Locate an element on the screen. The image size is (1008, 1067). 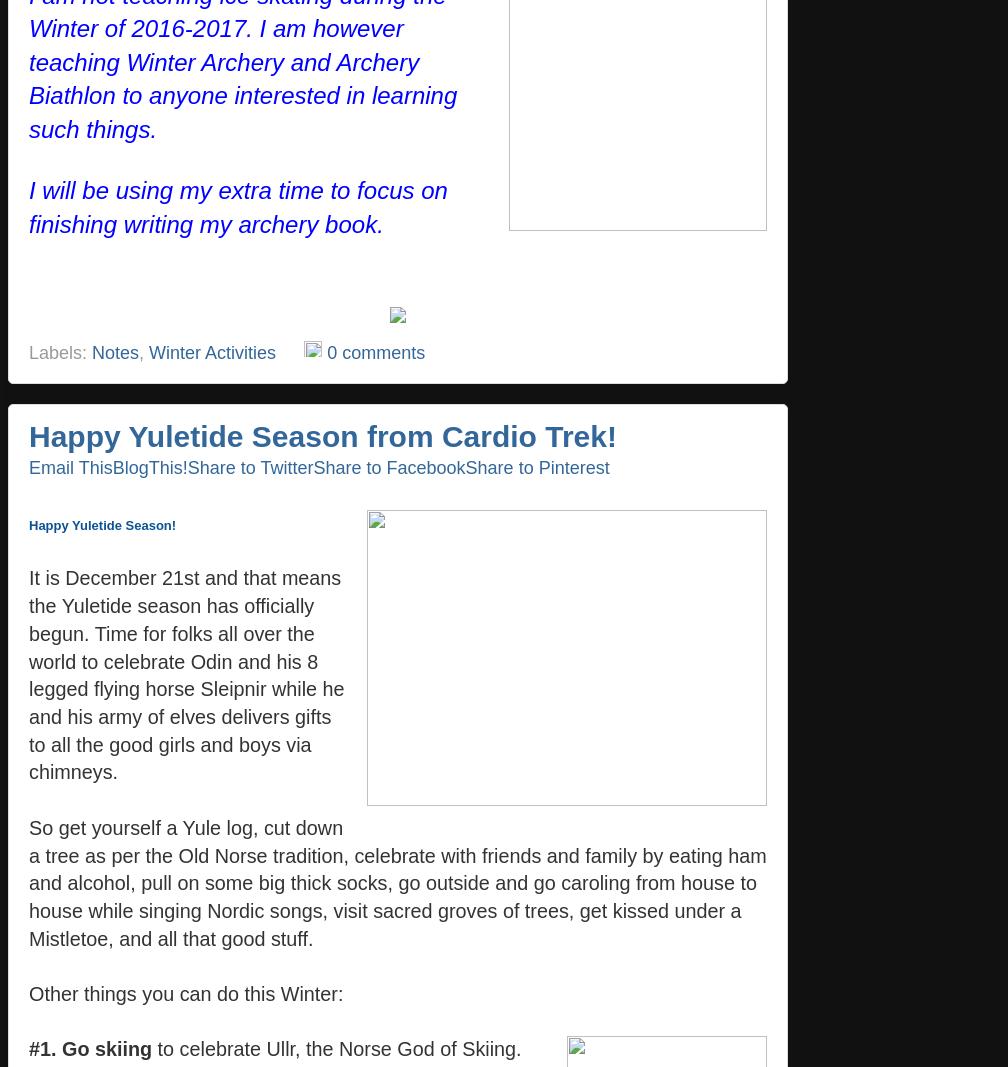
'BlogThis!' is located at coordinates (111, 466).